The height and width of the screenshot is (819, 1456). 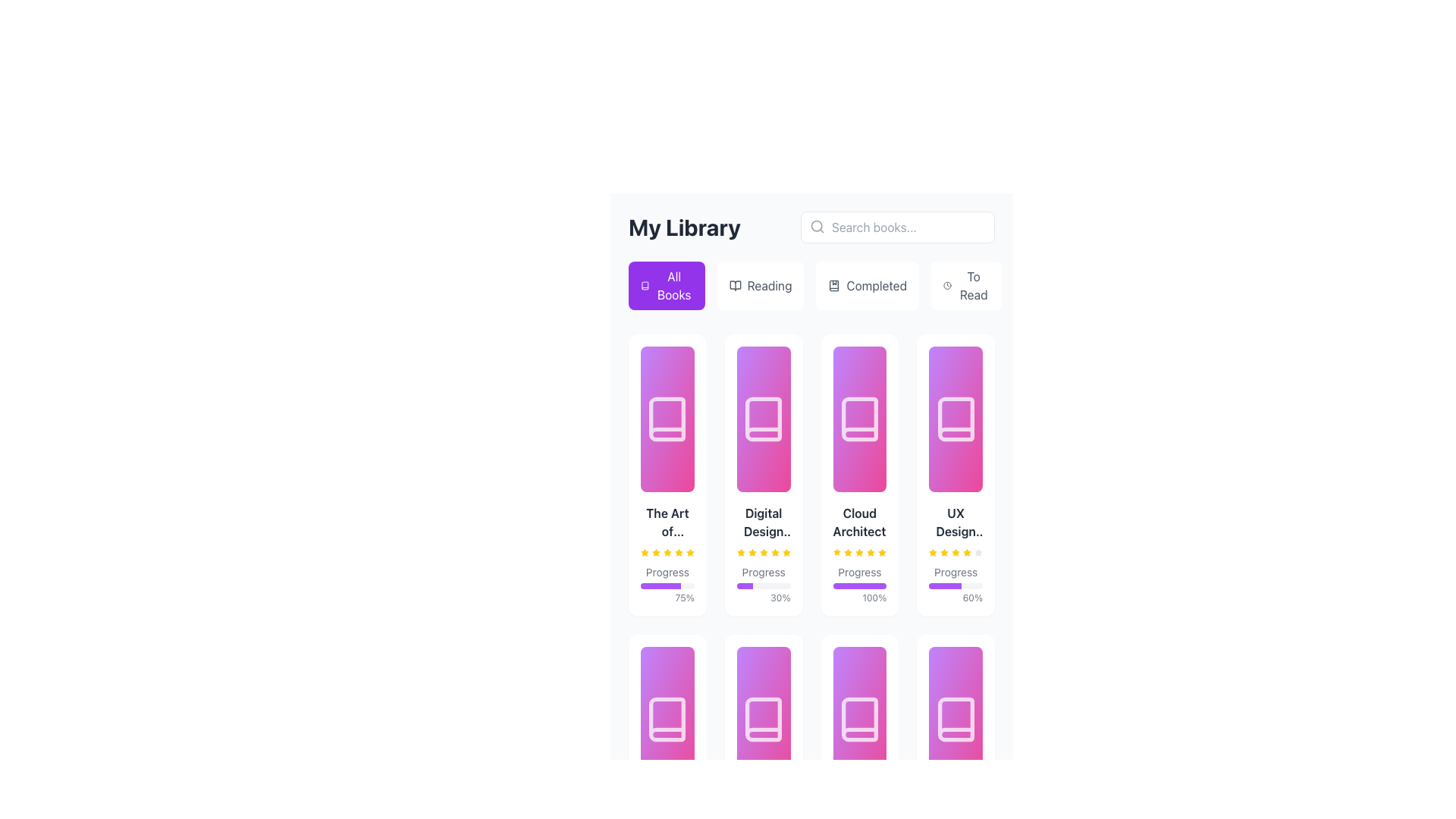 I want to click on the filled star icon representing a 3-star rating for the associated book located in the fourth book card, positioned between the title 'UX Design...' and the progress text, so click(x=966, y=552).